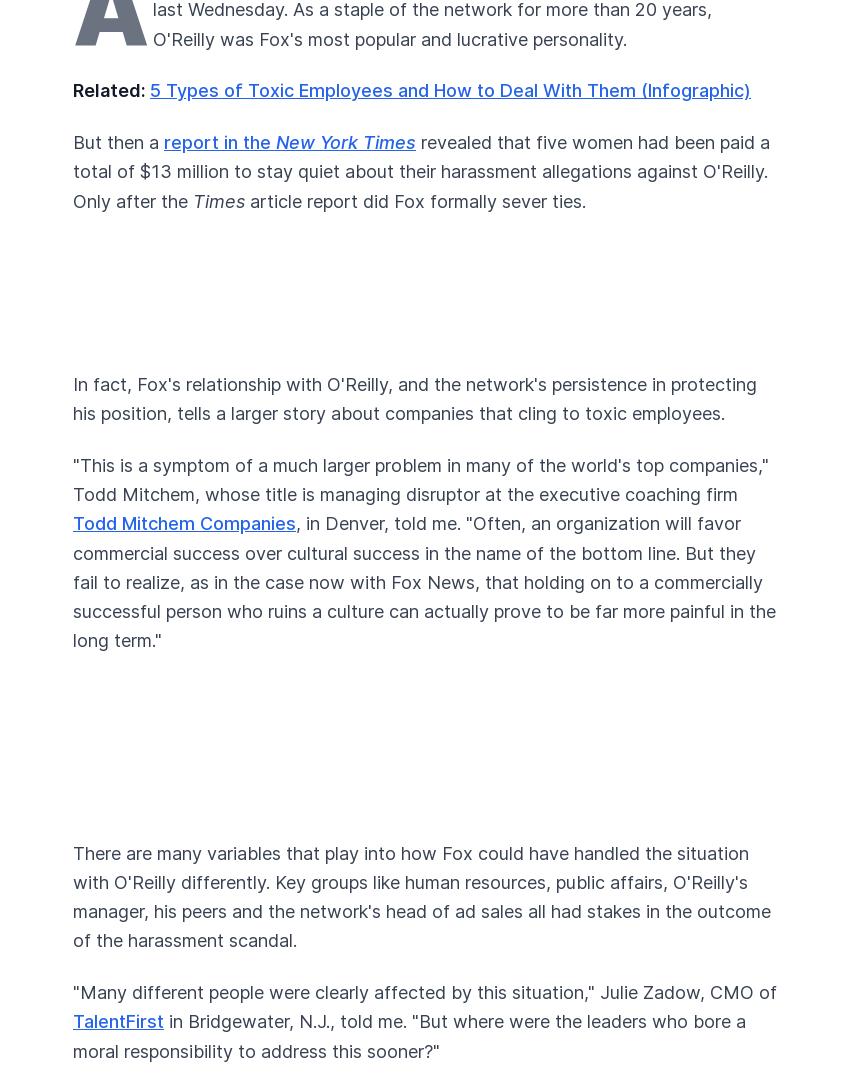 This screenshot has height=1073, width=850. What do you see at coordinates (73, 451) in the screenshot?
I see `'How Was Amazon's Pre-Holiday Prime Day? Here's What We Can Learn From the Sales Event'` at bounding box center [73, 451].